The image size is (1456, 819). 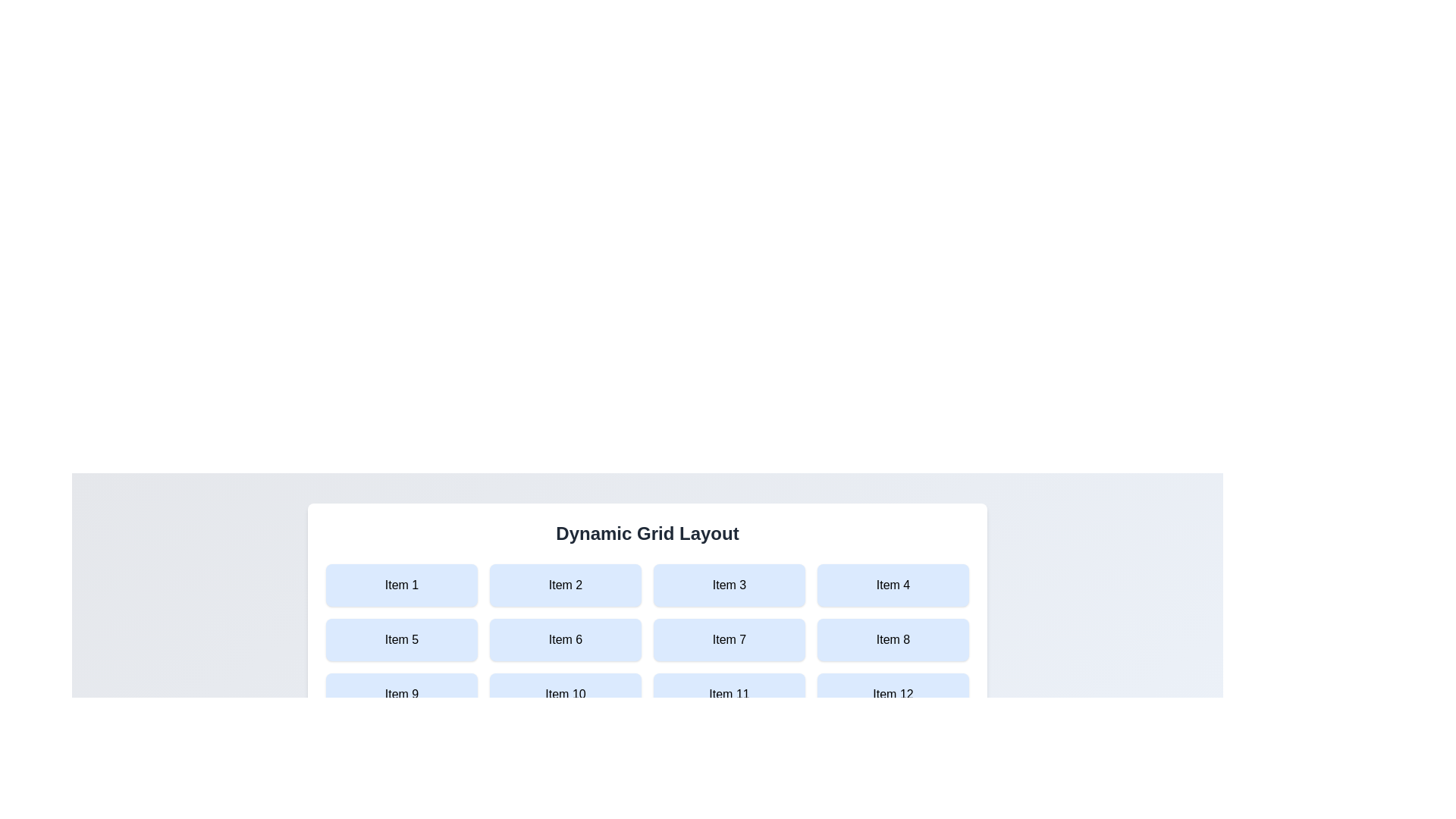 I want to click on the grid item located in the second row and third column, positioned between 'Item 6' and 'Item 8', so click(x=729, y=640).